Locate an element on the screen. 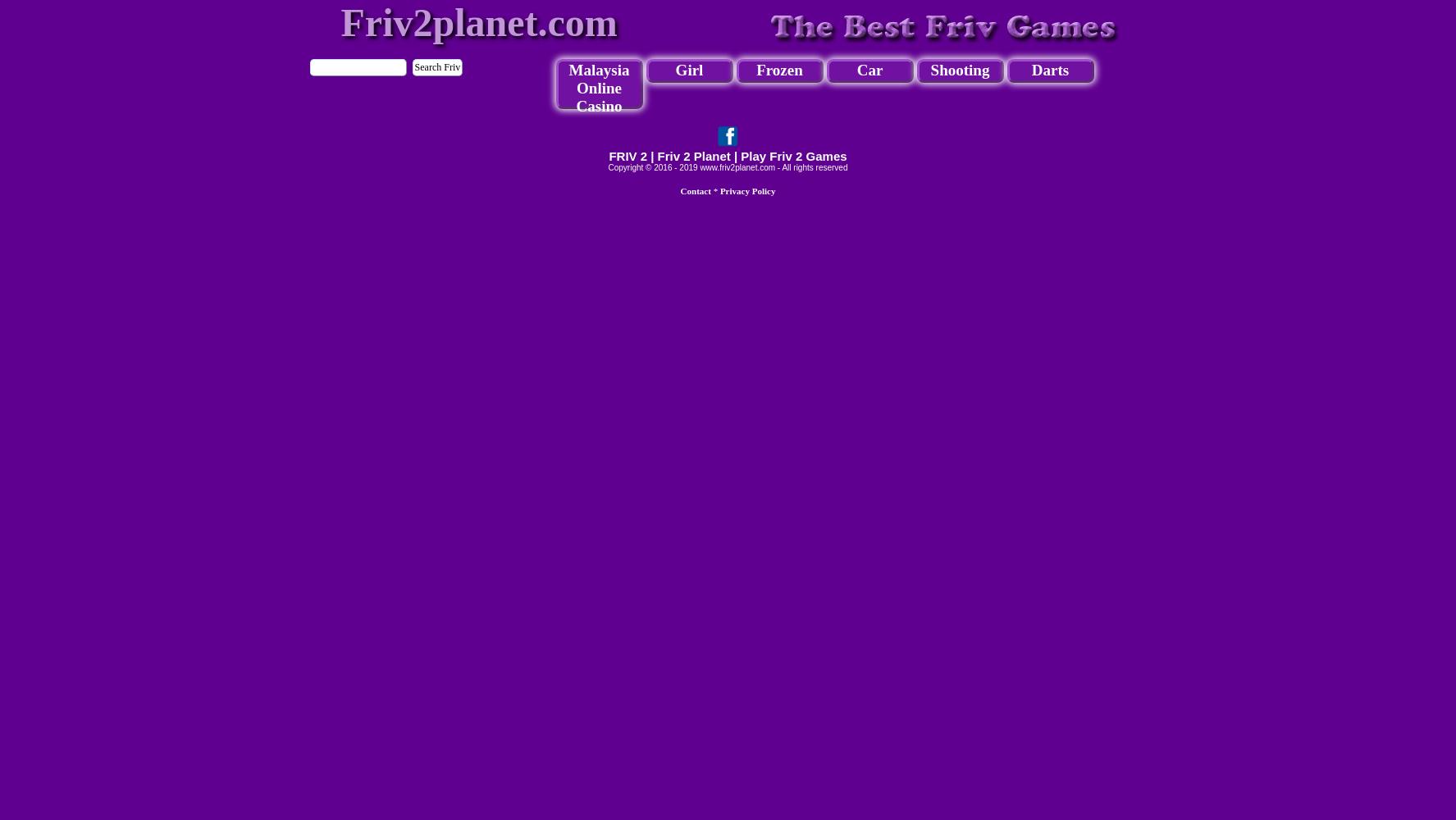 The width and height of the screenshot is (1456, 820). 'Malaysia Online Casino' is located at coordinates (599, 87).